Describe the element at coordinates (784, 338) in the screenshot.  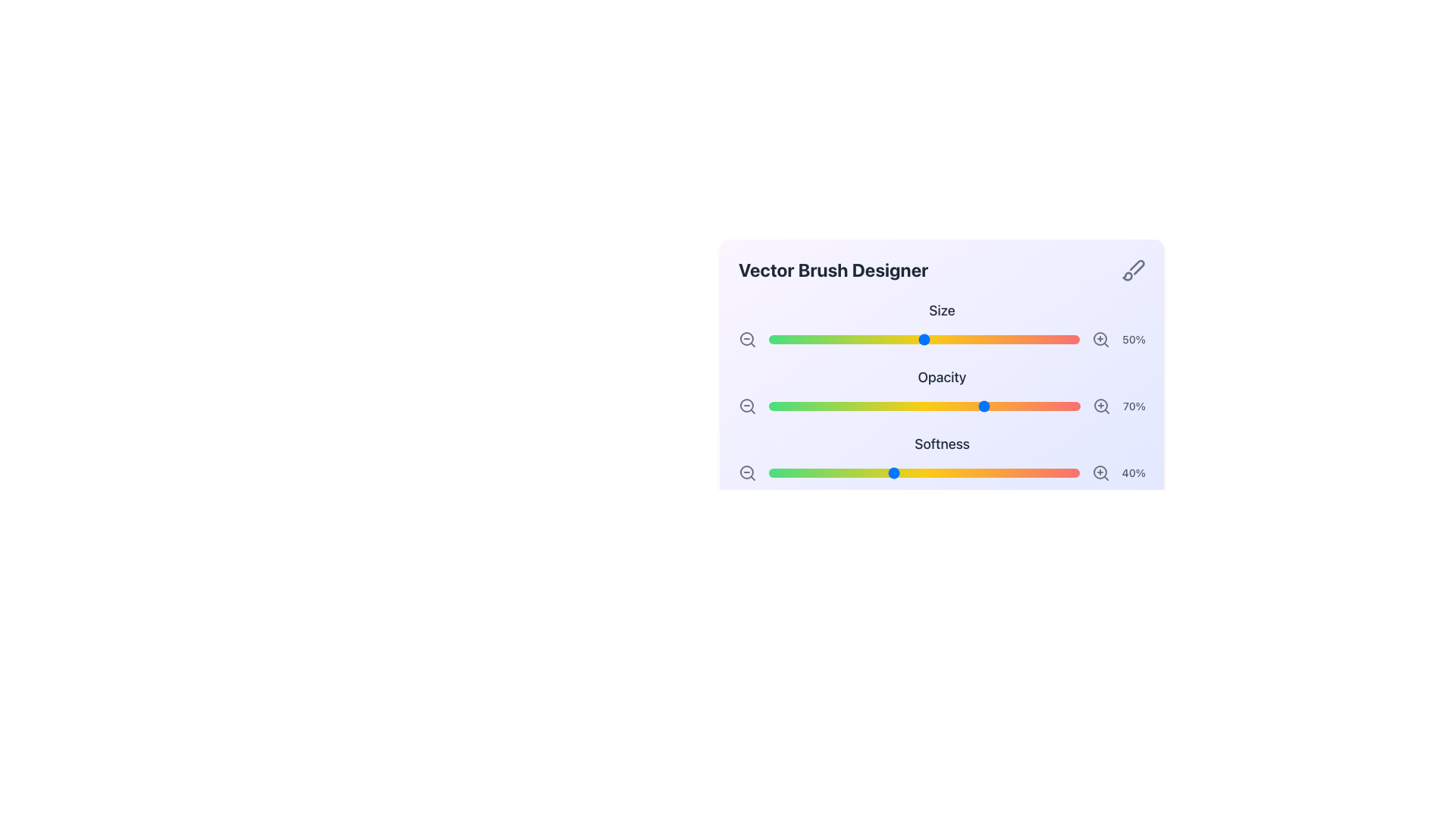
I see `the slider value` at that location.